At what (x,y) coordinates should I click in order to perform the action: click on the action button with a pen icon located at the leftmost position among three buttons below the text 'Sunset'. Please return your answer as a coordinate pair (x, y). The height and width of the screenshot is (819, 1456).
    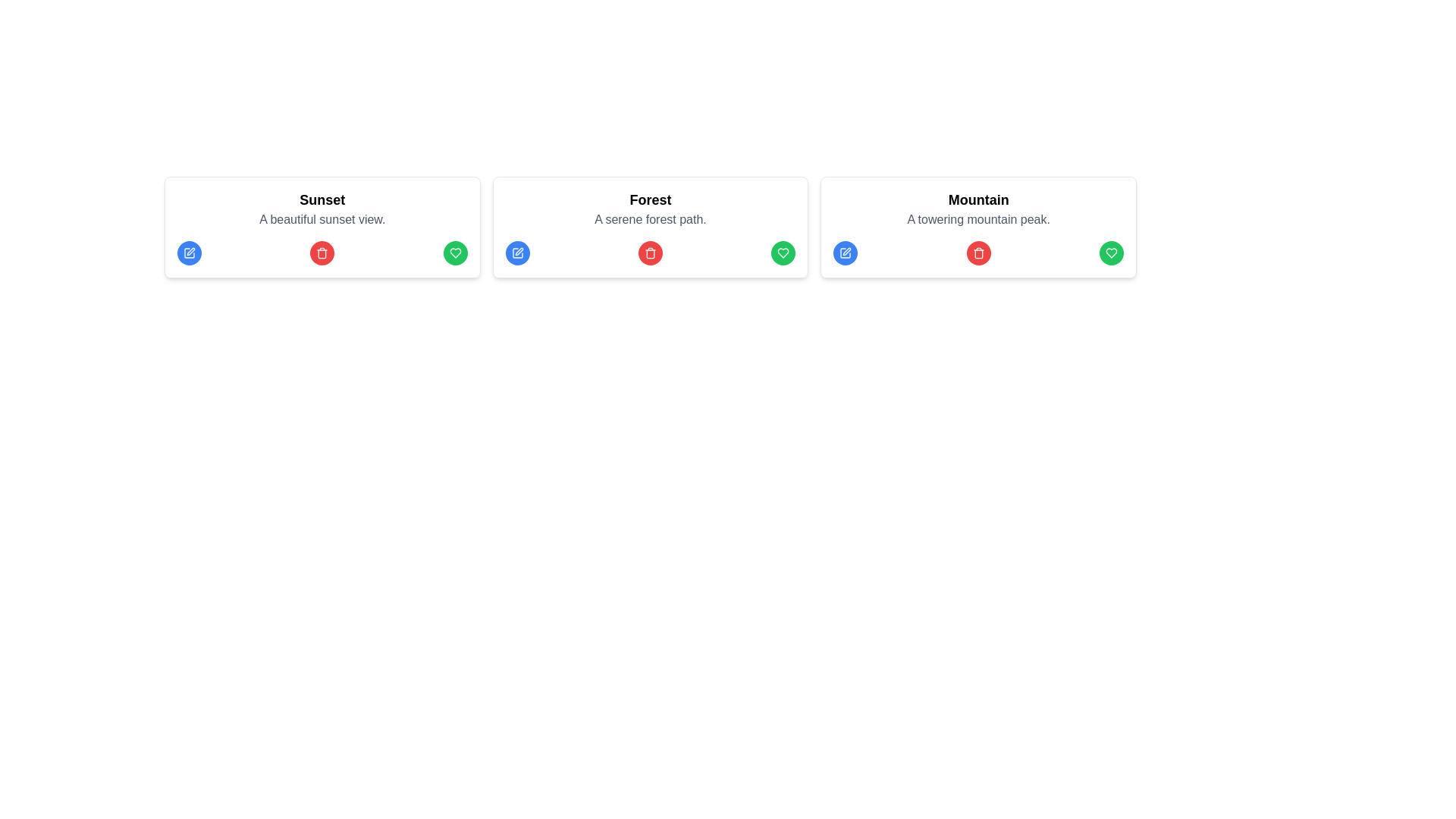
    Looking at the image, I should click on (188, 253).